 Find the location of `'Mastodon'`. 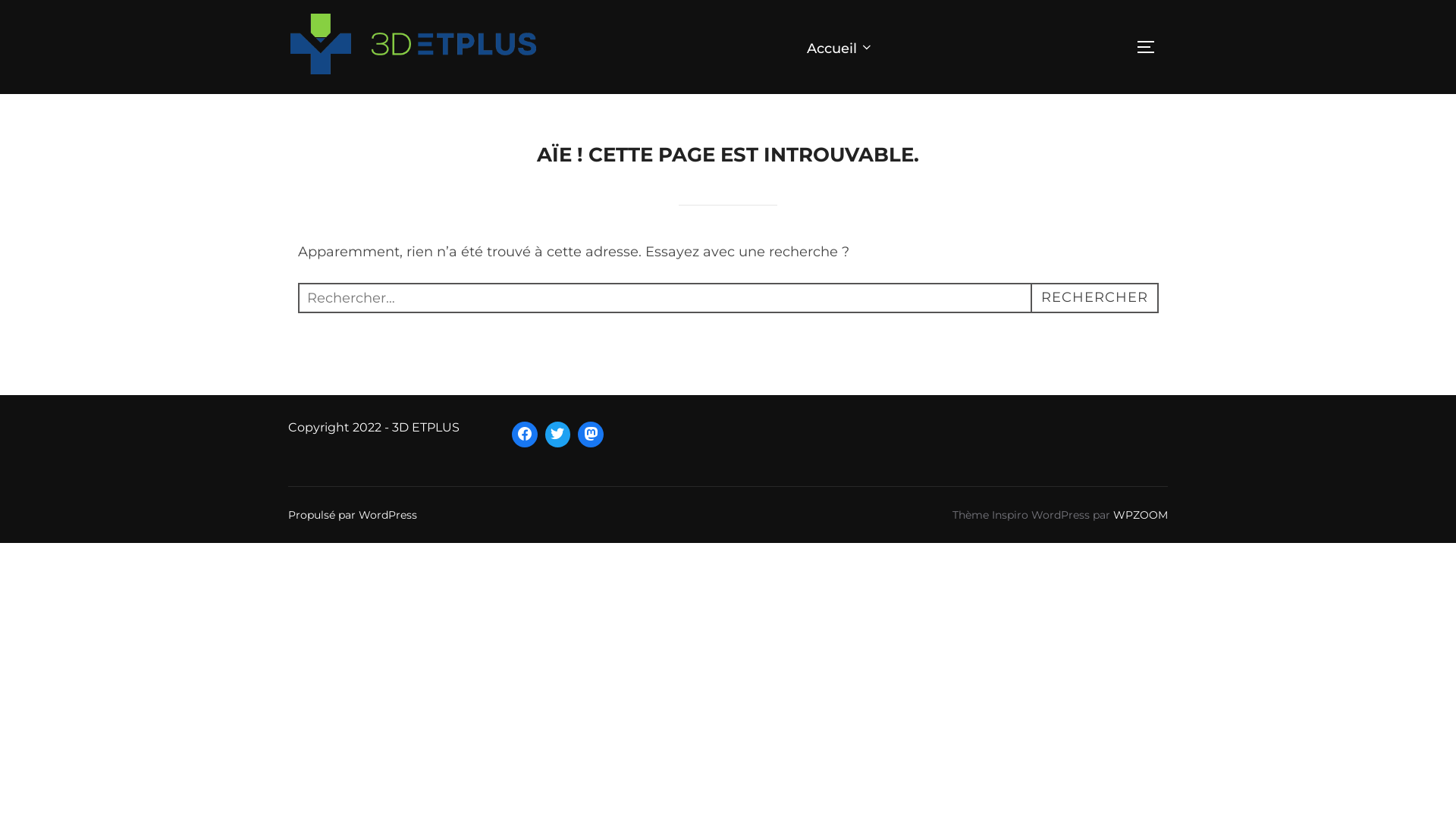

'Mastodon' is located at coordinates (589, 435).